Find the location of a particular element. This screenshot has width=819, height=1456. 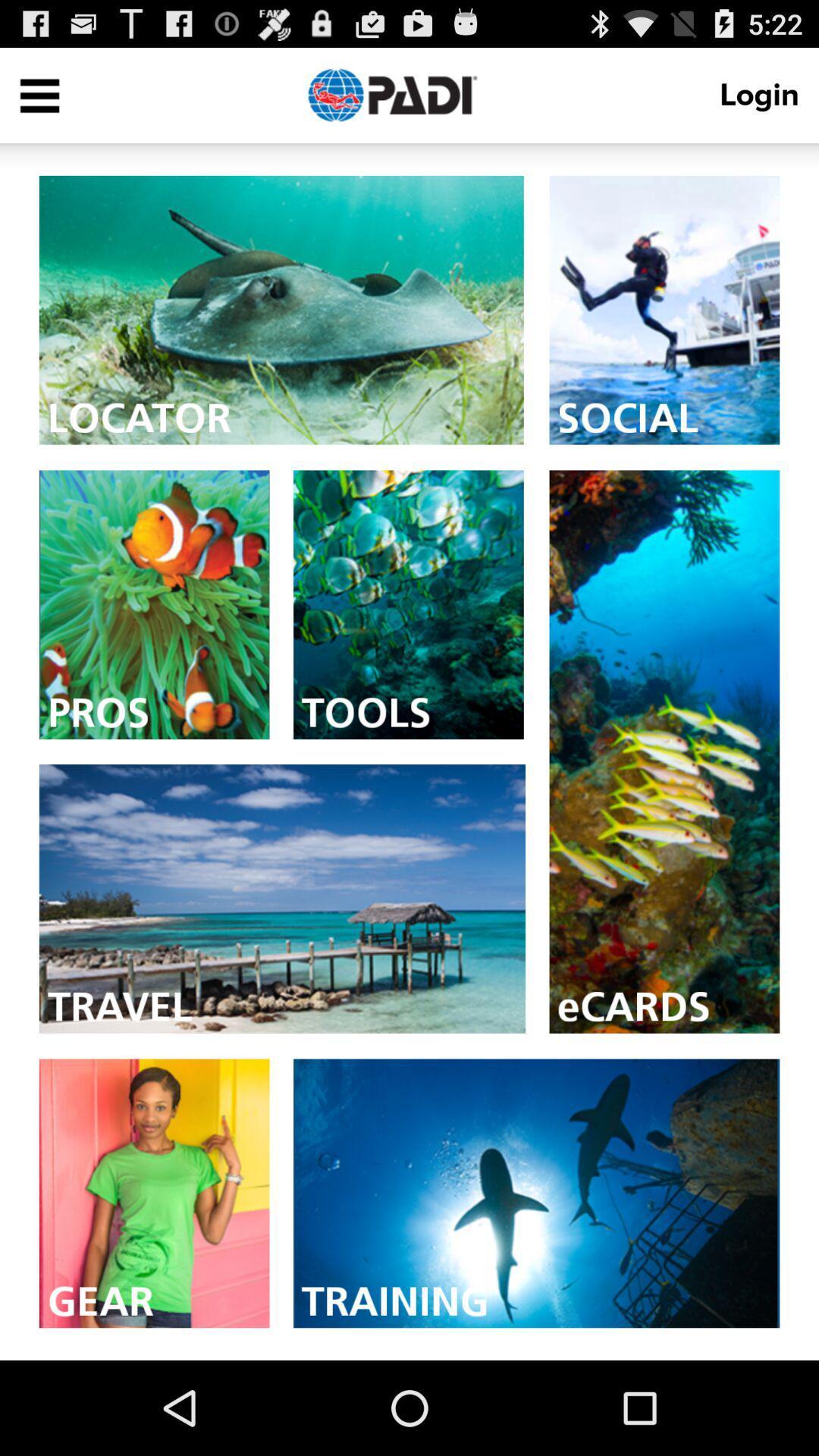

connect to travel is located at coordinates (282, 899).